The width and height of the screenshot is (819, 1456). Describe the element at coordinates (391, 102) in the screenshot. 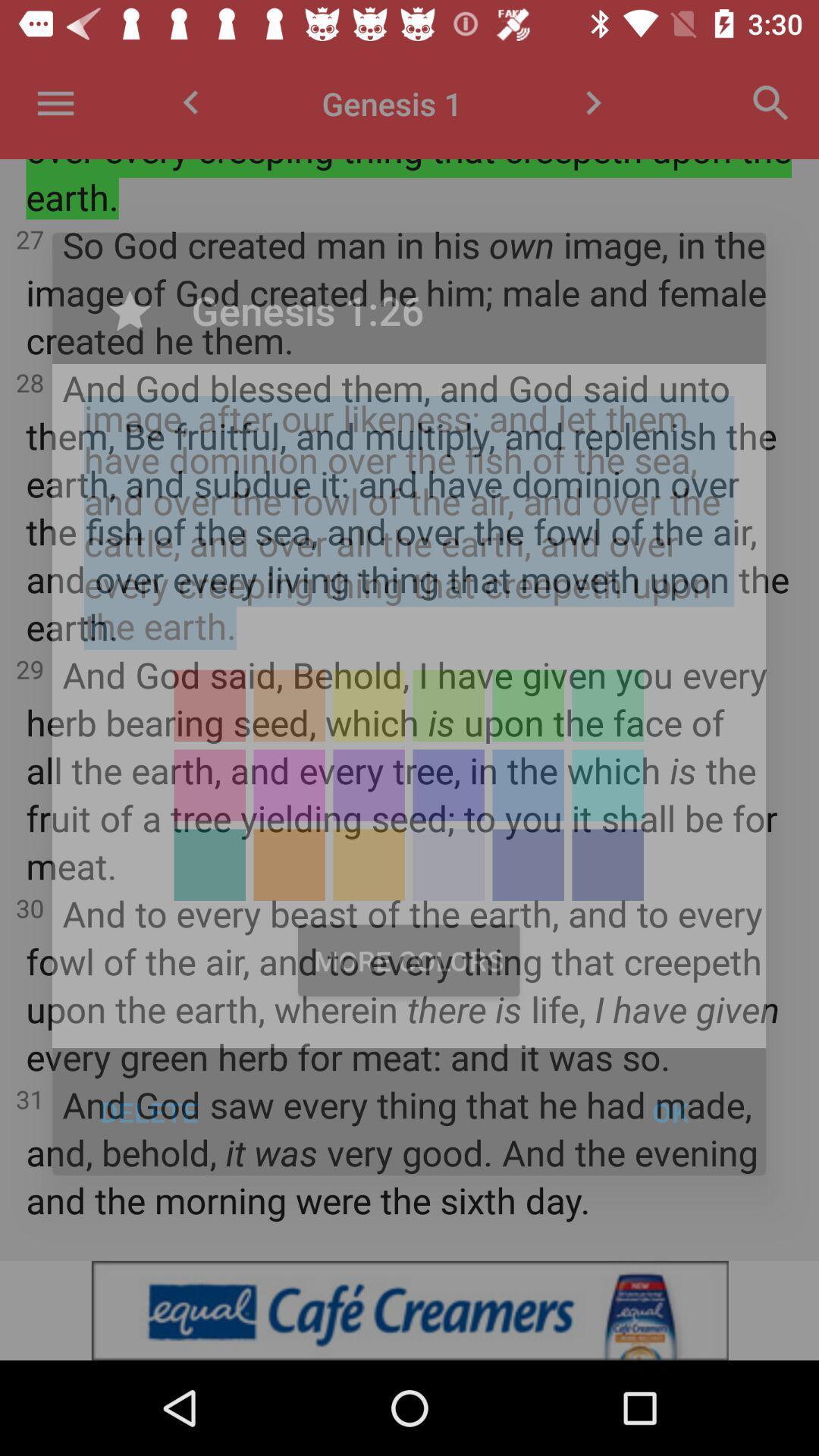

I see `genesis 1` at that location.